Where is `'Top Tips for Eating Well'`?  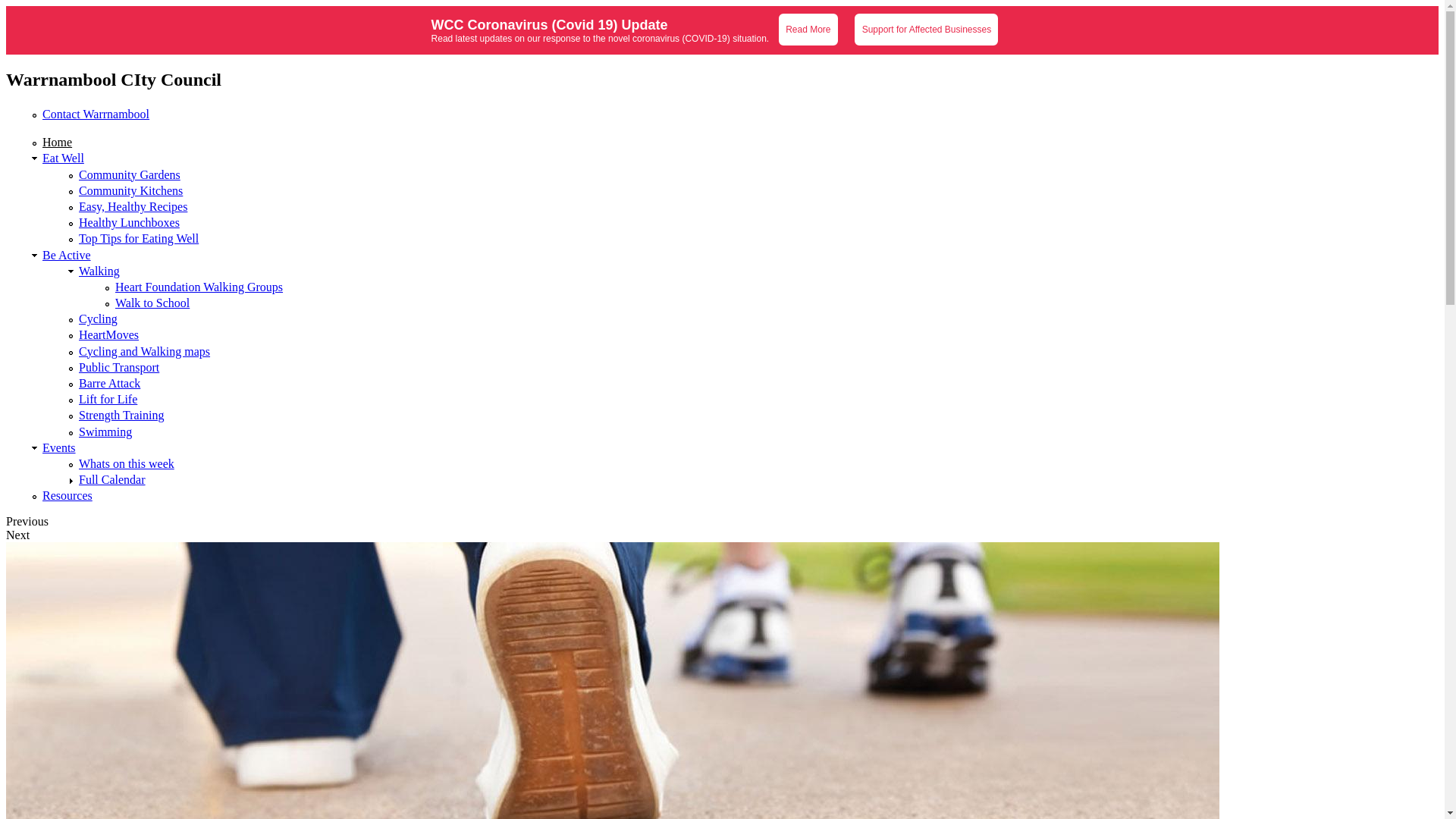 'Top Tips for Eating Well' is located at coordinates (138, 238).